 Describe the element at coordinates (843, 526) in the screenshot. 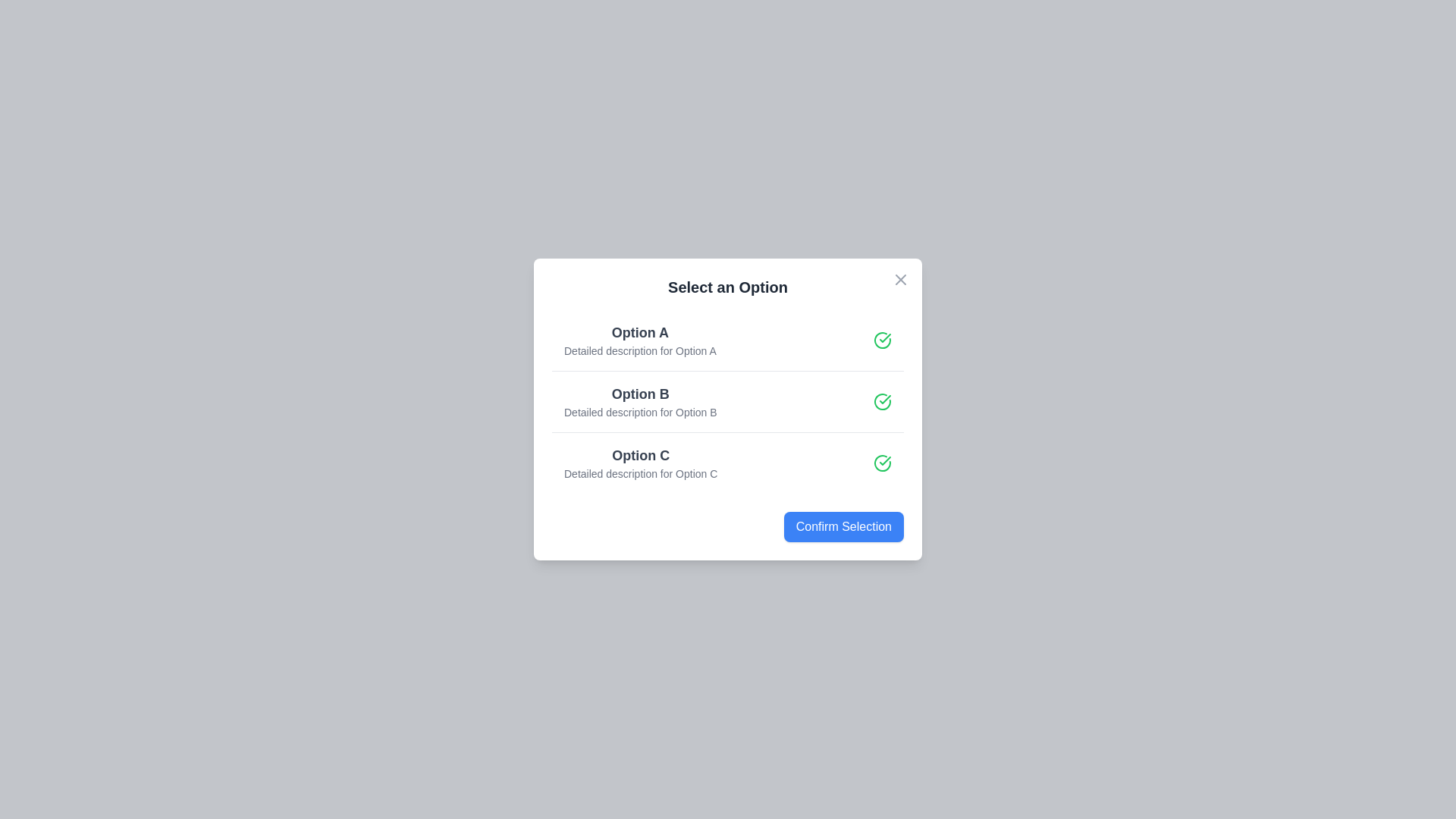

I see `the 'Confirm Selection' button to finalize the selection` at that location.